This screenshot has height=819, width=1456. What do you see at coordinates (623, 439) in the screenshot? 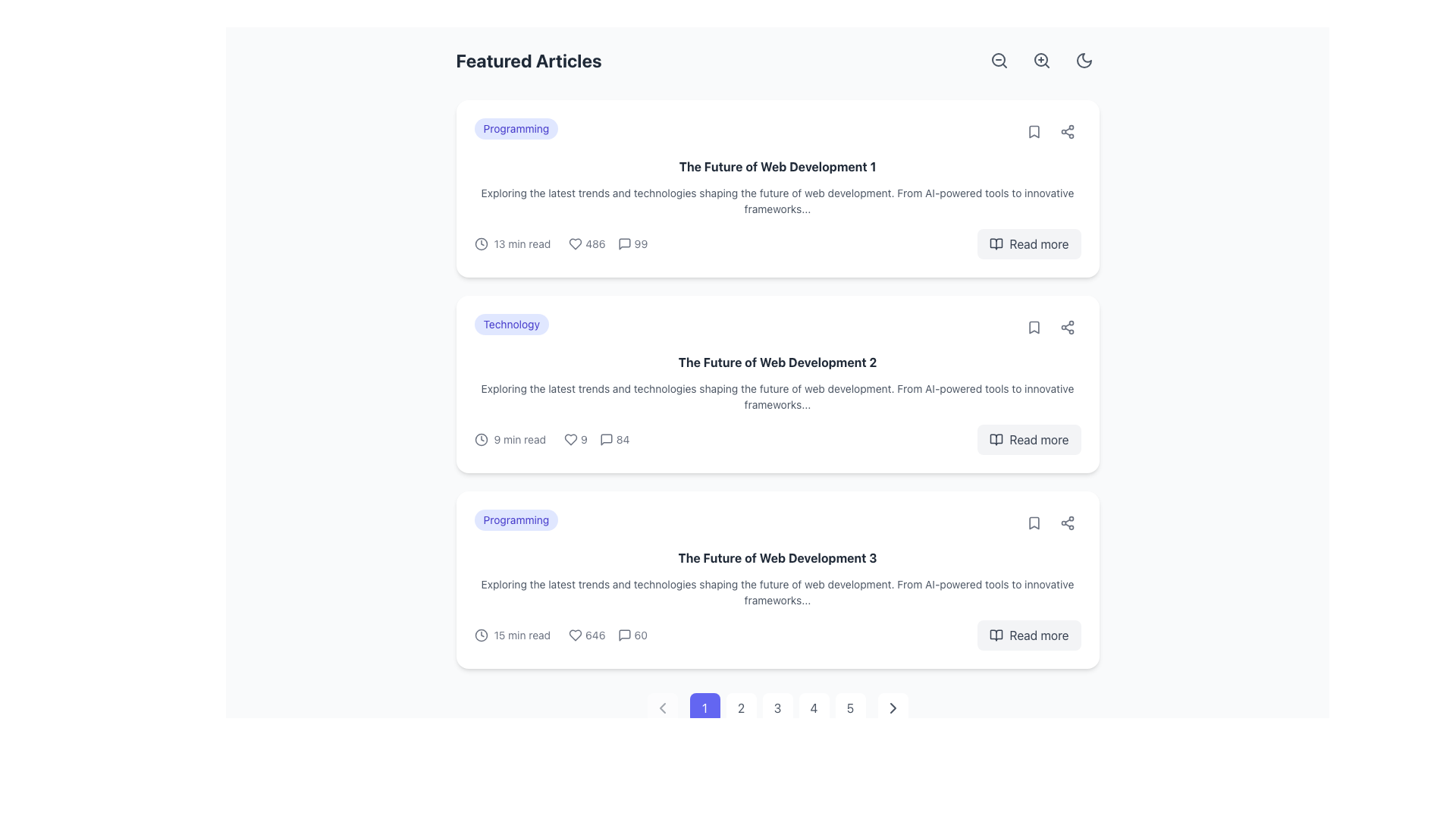
I see `the textual label displaying the number of comments related to the second article entry in the 'Featured Articles' section` at bounding box center [623, 439].